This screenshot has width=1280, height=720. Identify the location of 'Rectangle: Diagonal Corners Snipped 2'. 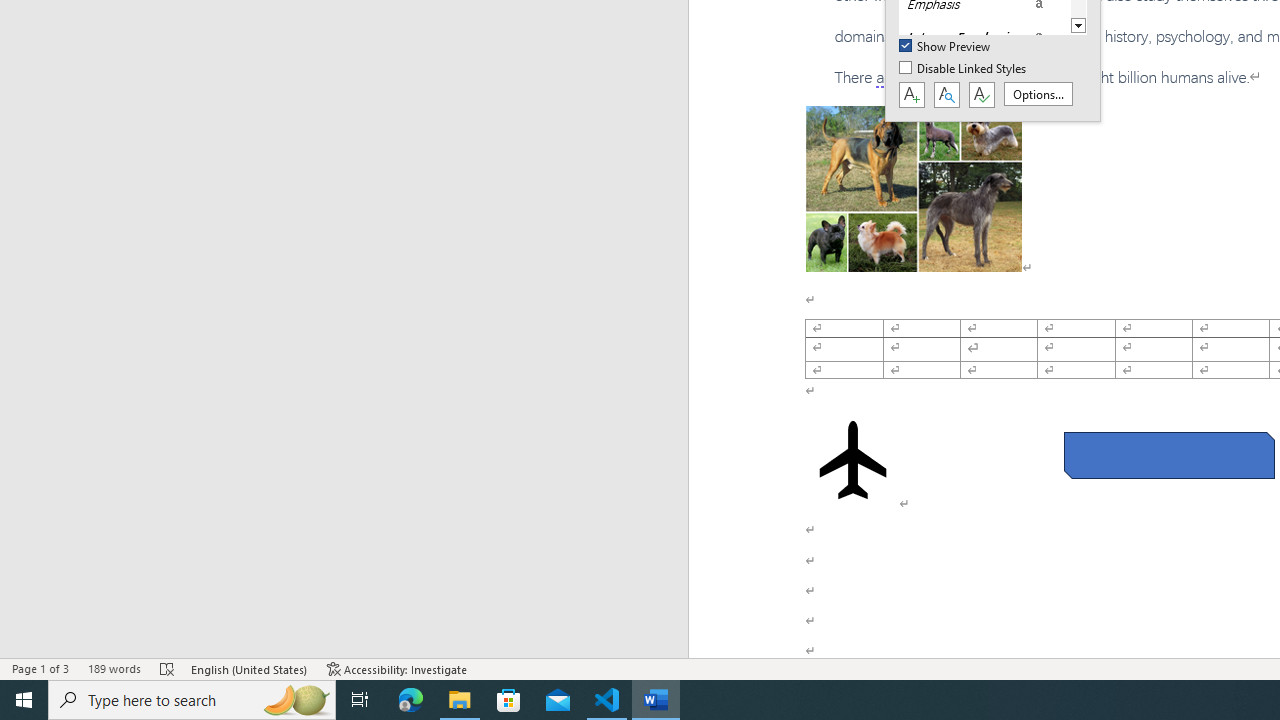
(1169, 455).